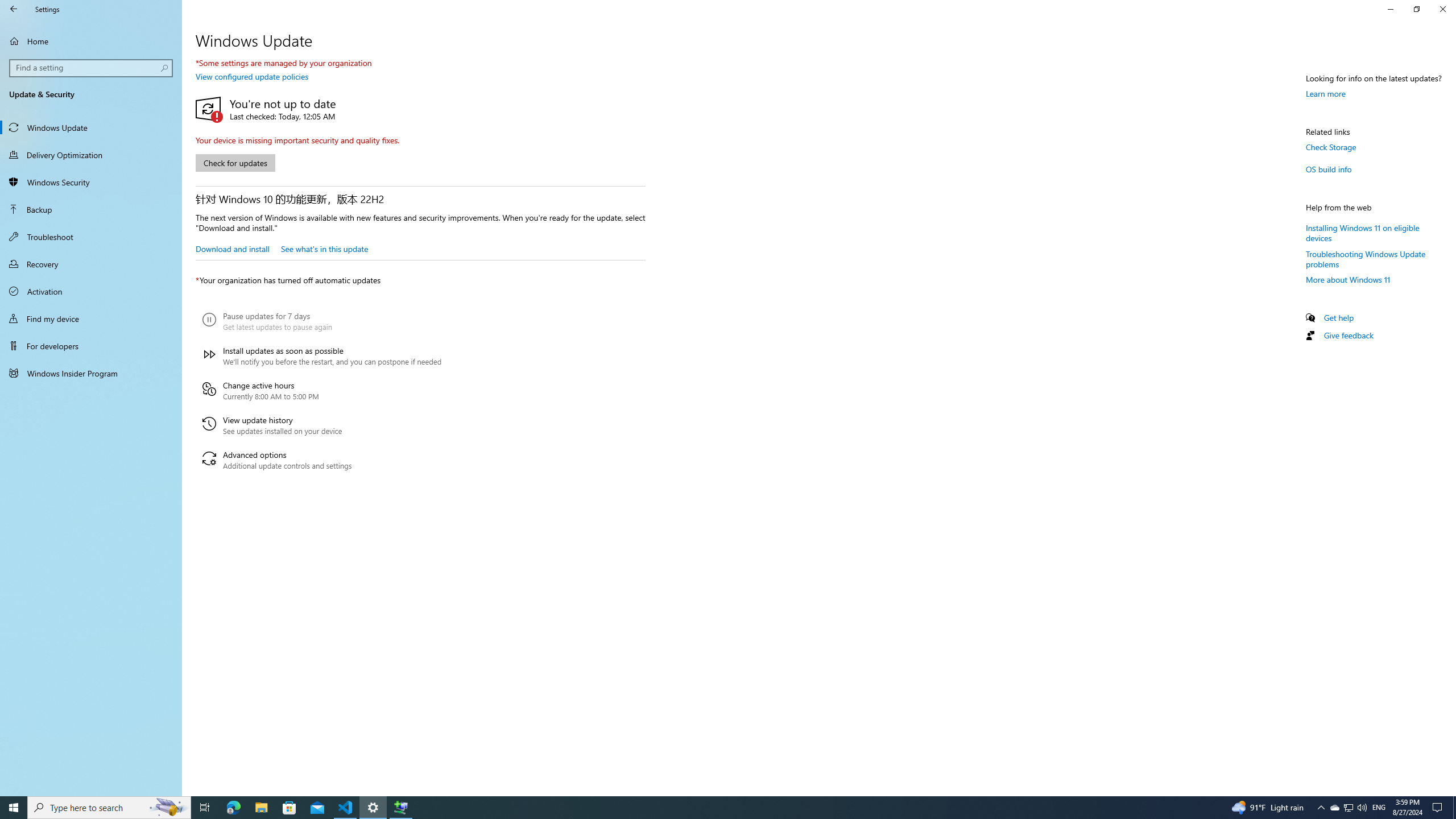 The height and width of the screenshot is (819, 1456). I want to click on 'Check for updates', so click(234, 163).